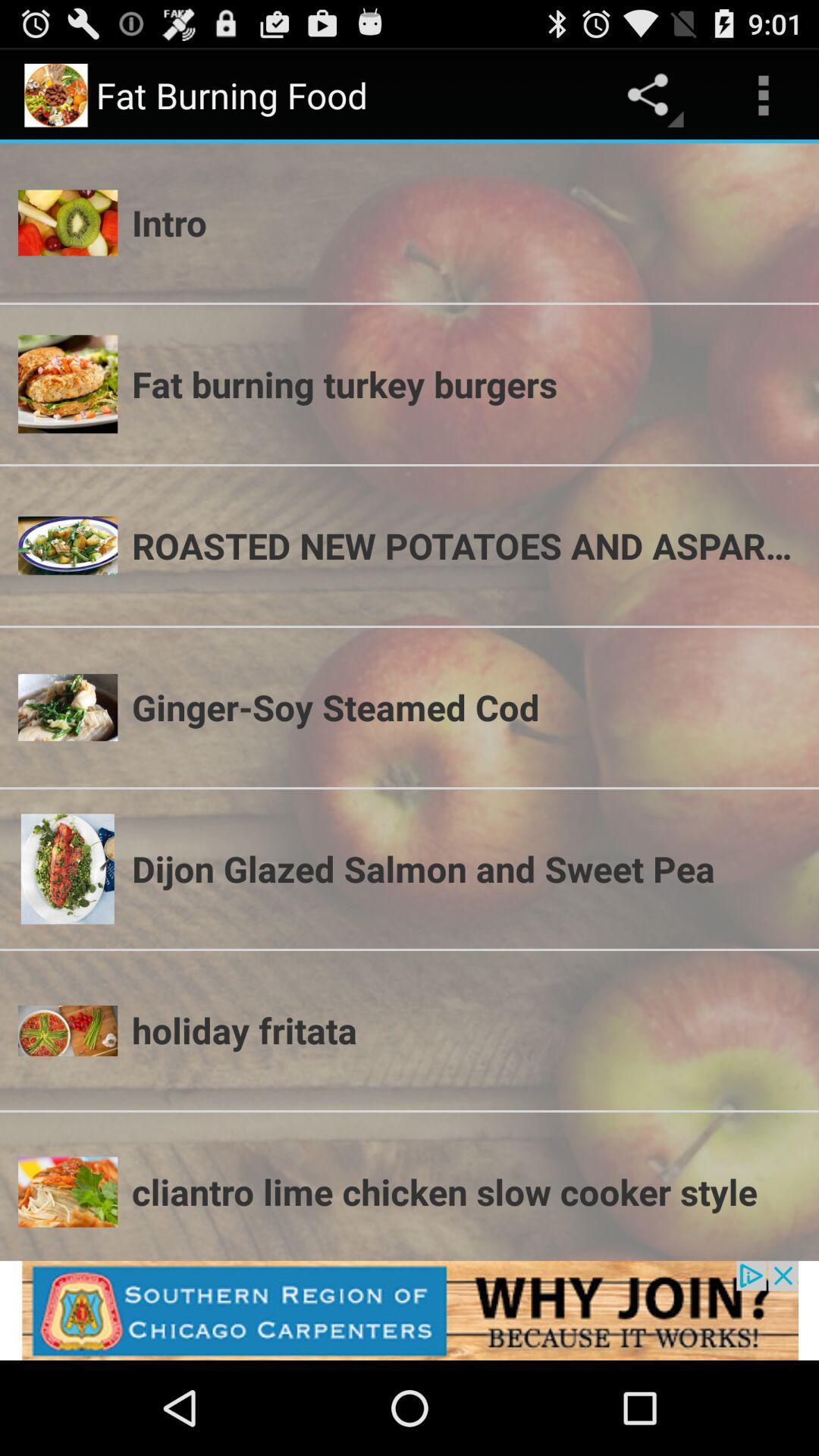  What do you see at coordinates (409, 1310) in the screenshot?
I see `fat burning food` at bounding box center [409, 1310].